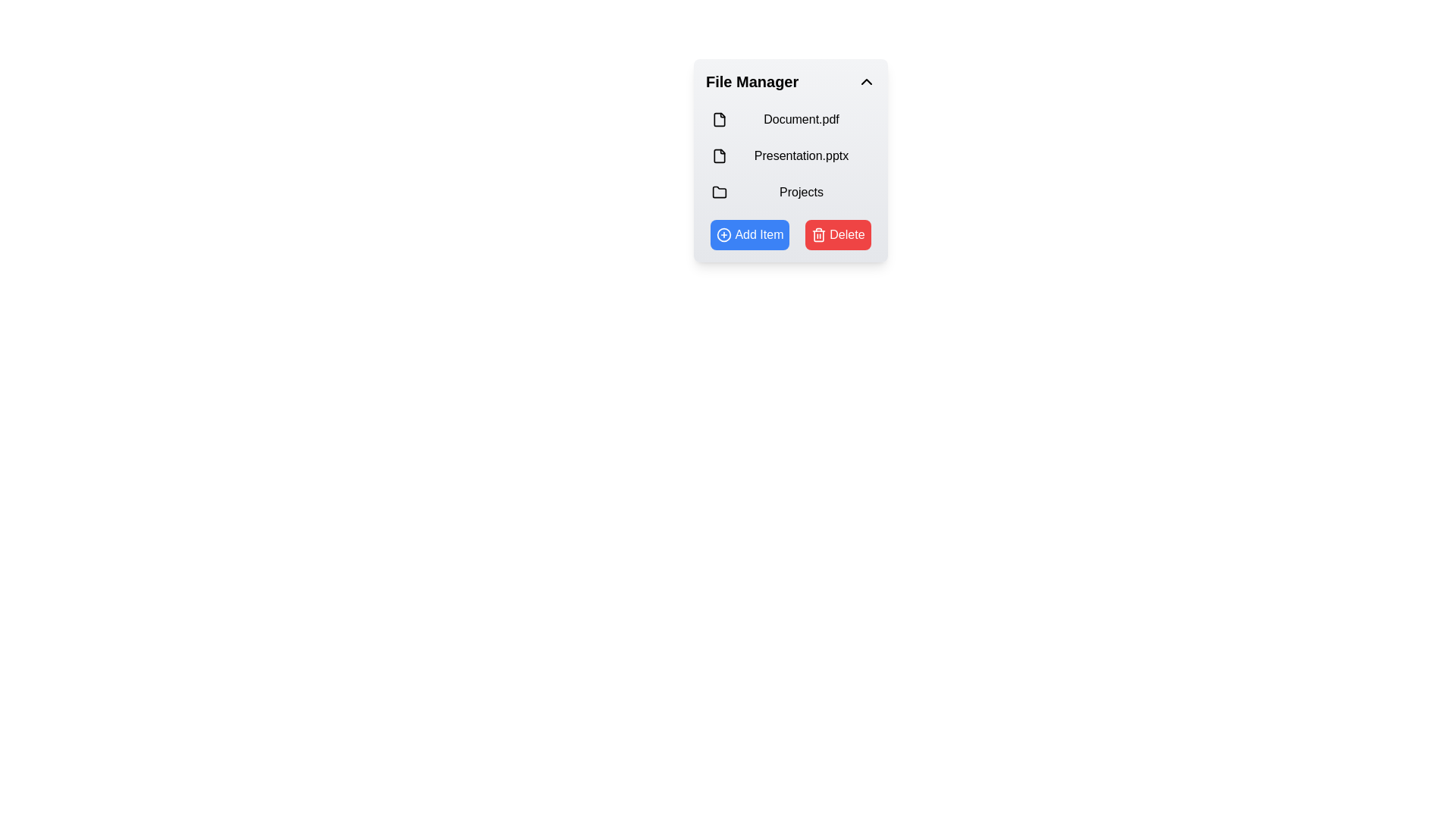 The height and width of the screenshot is (819, 1456). What do you see at coordinates (723, 234) in the screenshot?
I see `the small circular 'plus' icon with a blue background and white border inside the 'Add Item' button in the 'File Manager' panel` at bounding box center [723, 234].